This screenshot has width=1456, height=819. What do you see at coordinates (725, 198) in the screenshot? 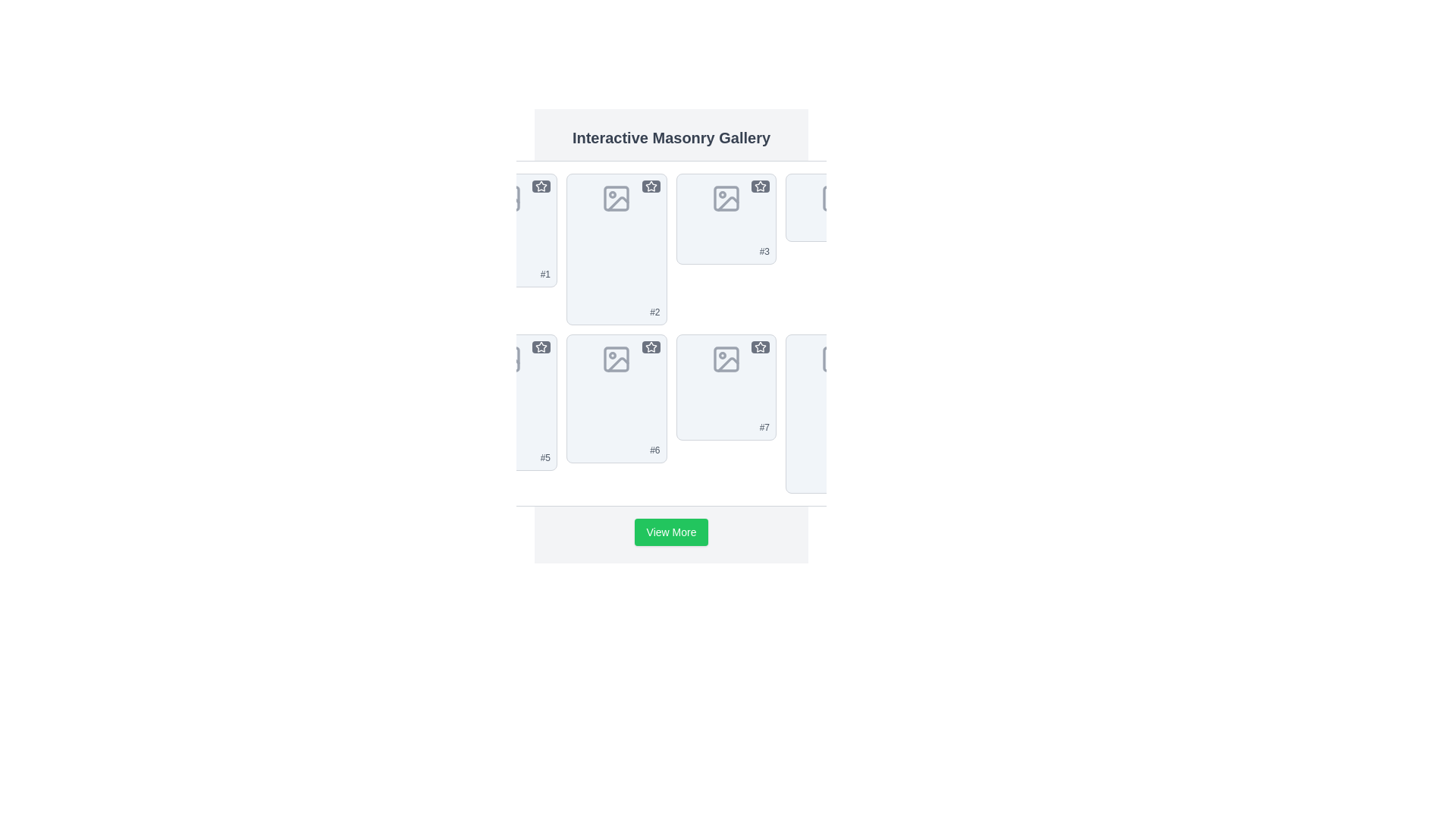
I see `the icon that serves as a visual indicator for an image, positioned centrally within card '#3' in the masonry gallery` at bounding box center [725, 198].